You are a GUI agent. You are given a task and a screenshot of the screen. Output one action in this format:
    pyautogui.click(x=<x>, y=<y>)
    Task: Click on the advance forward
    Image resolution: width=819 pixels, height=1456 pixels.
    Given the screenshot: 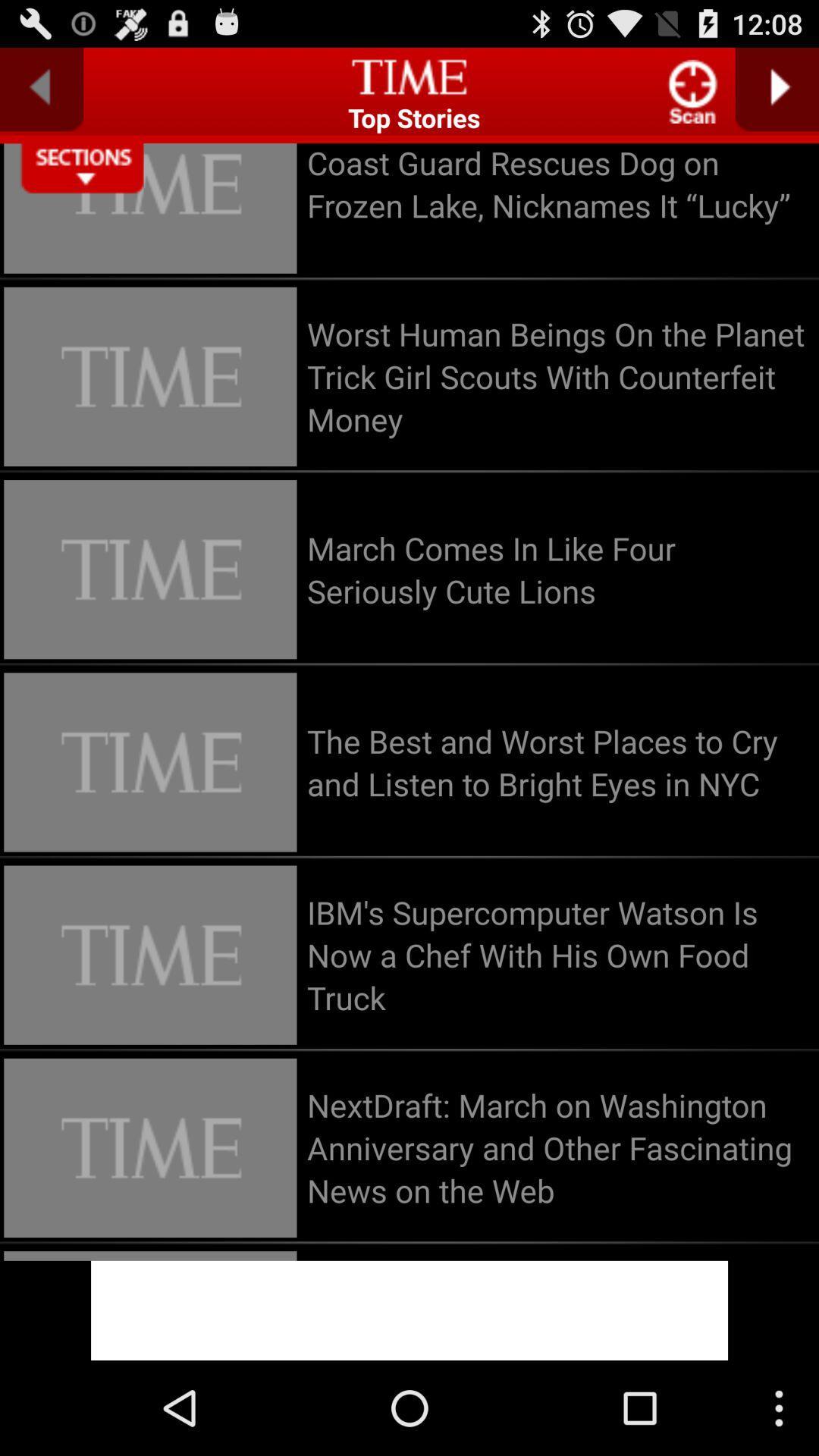 What is the action you would take?
    pyautogui.click(x=777, y=89)
    